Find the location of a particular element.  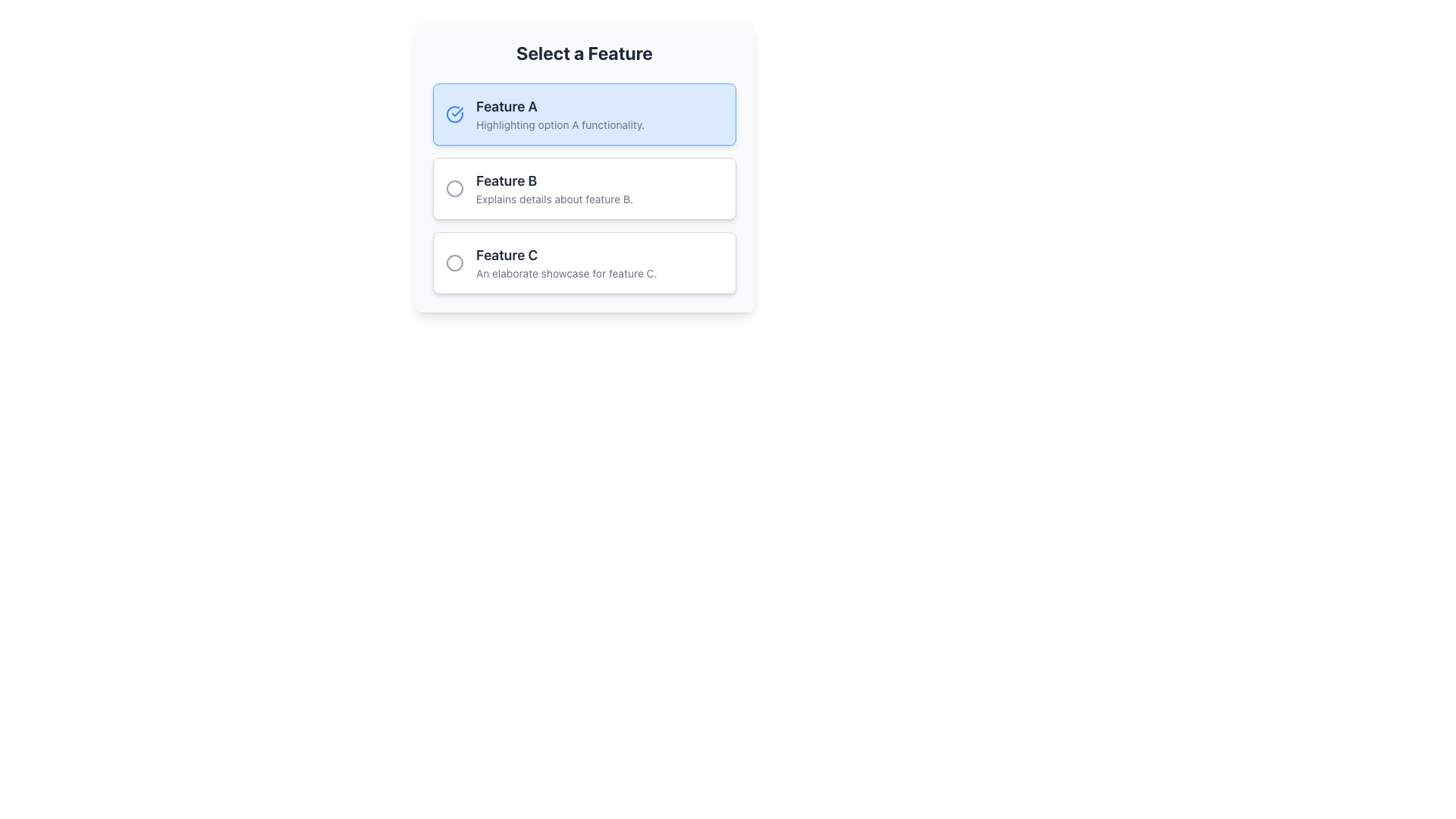

the selectable list item representing 'Feature A', which is the first option in the vertically stacked list of features is located at coordinates (560, 113).